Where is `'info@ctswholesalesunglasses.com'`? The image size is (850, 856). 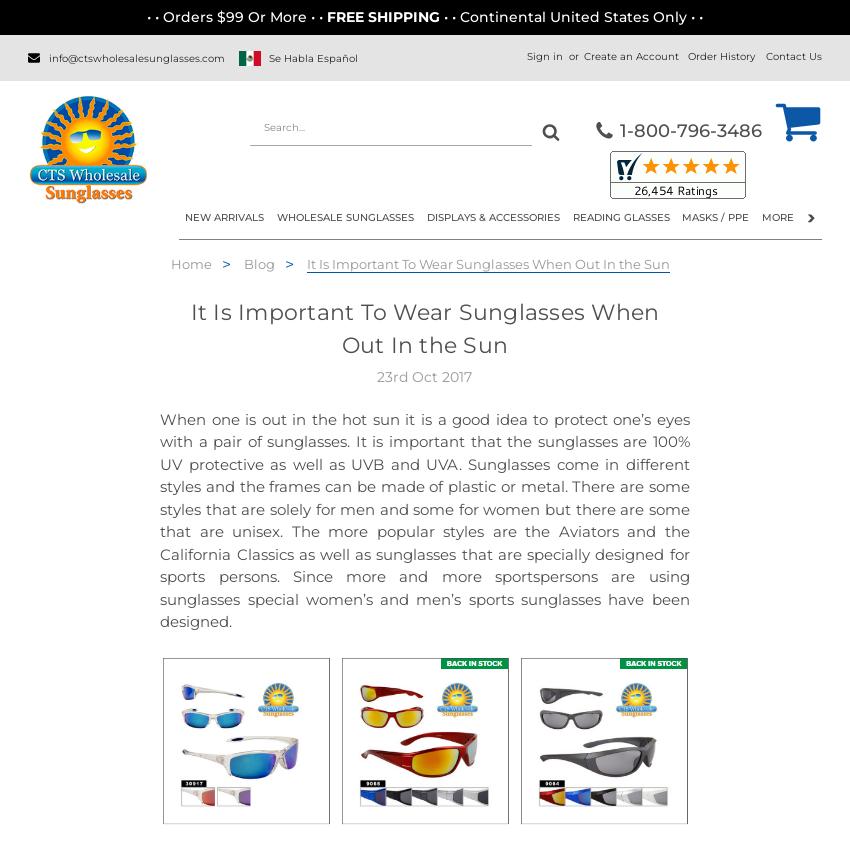 'info@ctswholesalesunglasses.com' is located at coordinates (137, 56).